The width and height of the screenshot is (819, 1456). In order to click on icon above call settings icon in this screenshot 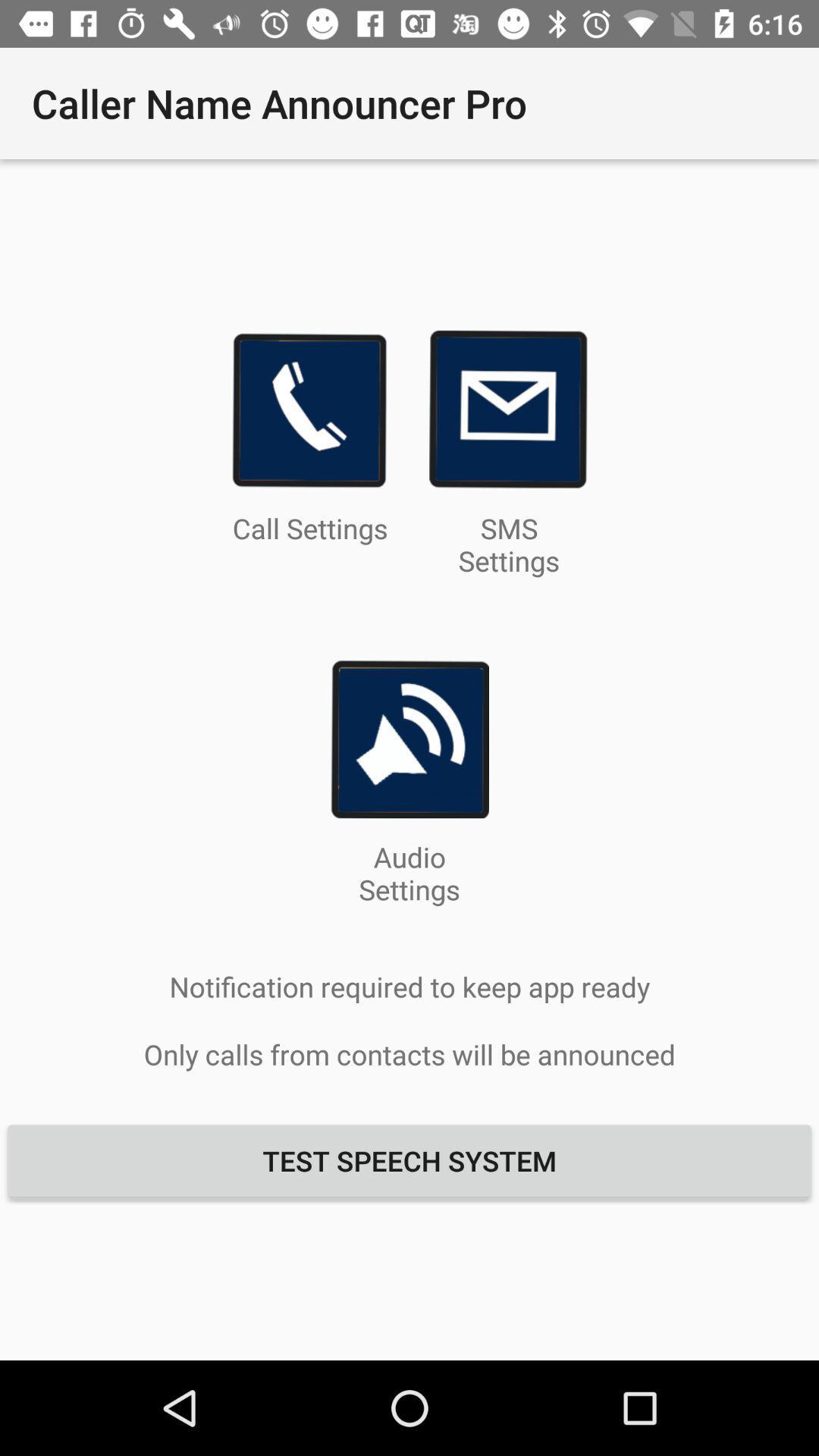, I will do `click(309, 409)`.